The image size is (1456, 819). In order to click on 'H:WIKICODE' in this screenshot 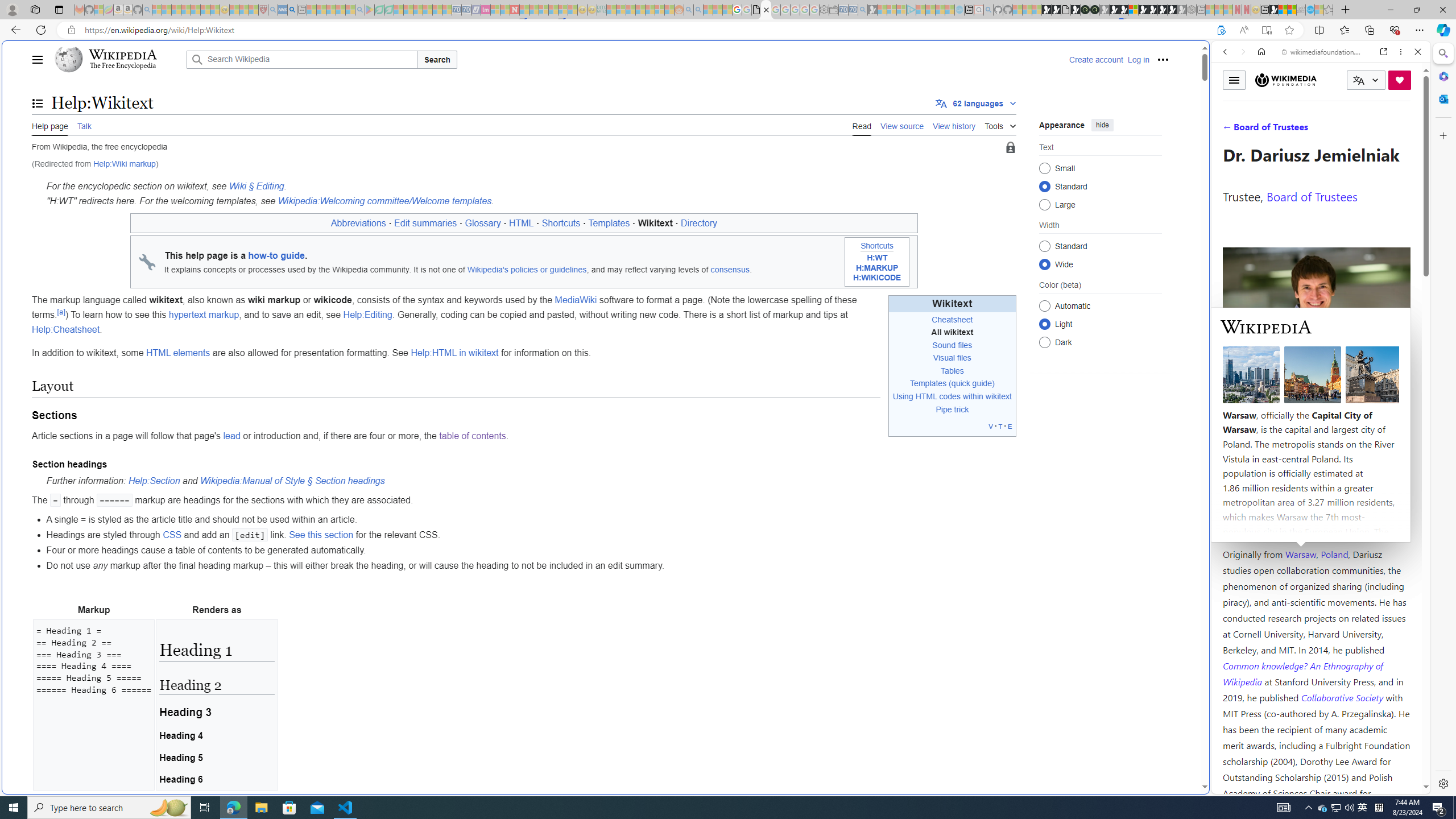, I will do `click(876, 278)`.